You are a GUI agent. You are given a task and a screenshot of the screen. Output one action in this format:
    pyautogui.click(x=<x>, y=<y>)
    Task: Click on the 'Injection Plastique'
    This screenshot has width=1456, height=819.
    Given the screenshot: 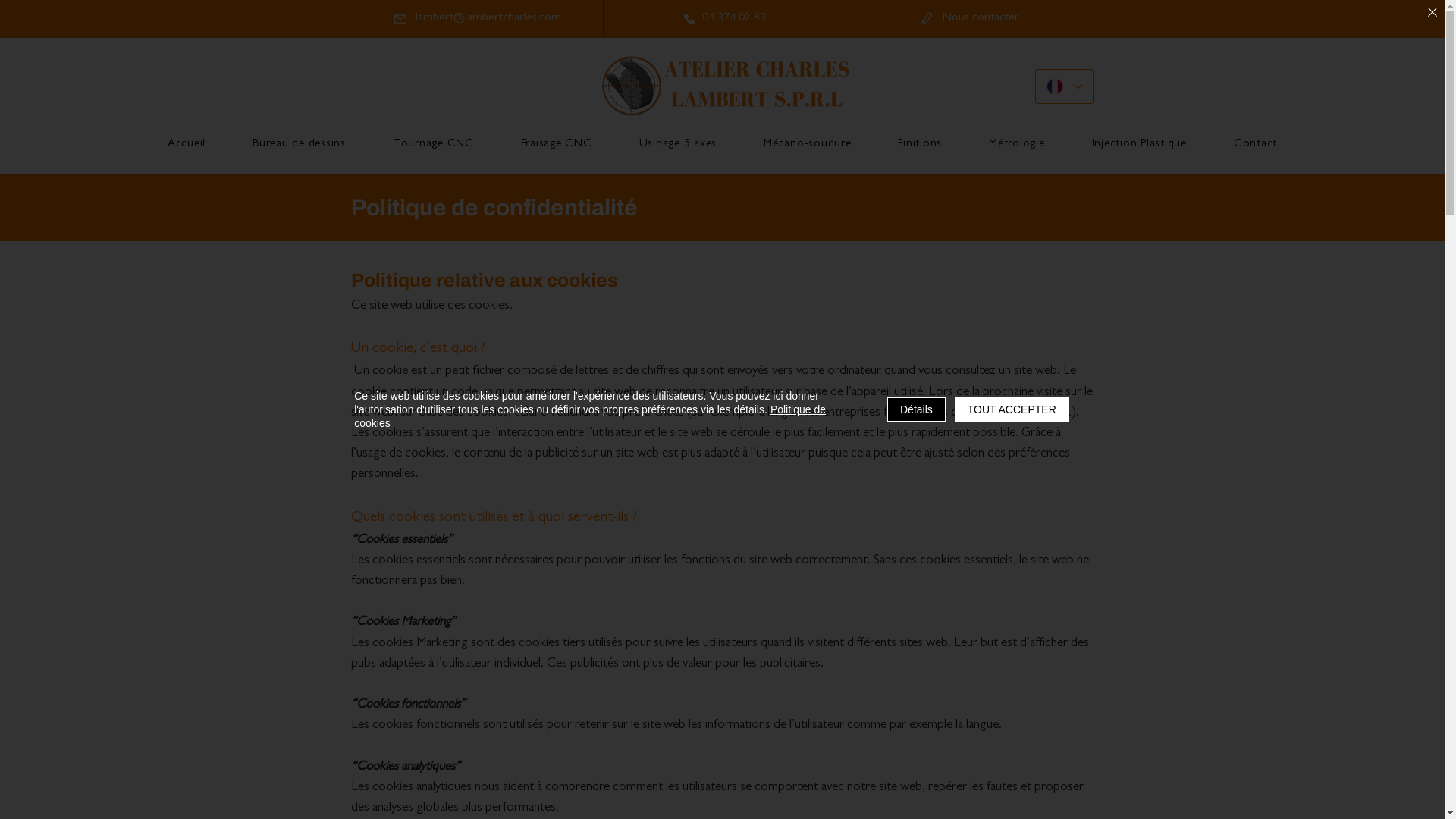 What is the action you would take?
    pyautogui.click(x=1139, y=145)
    